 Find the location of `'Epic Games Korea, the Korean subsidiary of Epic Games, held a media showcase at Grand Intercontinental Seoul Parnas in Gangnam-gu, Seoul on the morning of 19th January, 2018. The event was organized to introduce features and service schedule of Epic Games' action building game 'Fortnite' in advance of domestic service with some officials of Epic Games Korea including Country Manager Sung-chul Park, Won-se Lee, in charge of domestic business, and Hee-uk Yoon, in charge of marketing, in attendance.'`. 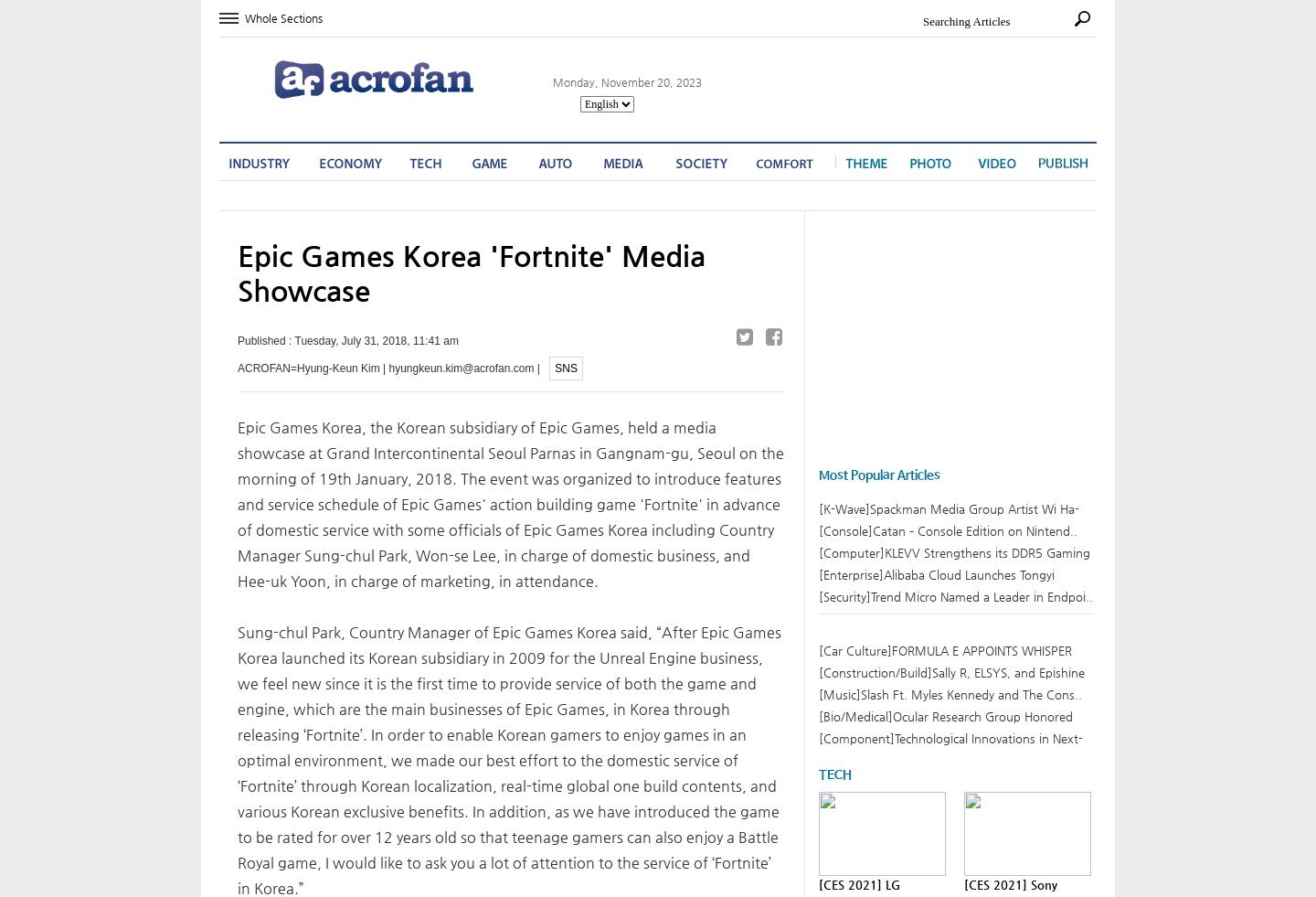

'Epic Games Korea, the Korean subsidiary of Epic Games, held a media showcase at Grand Intercontinental Seoul Parnas in Gangnam-gu, Seoul on the morning of 19th January, 2018. The event was organized to introduce features and service schedule of Epic Games' action building game 'Fortnite' in advance of domestic service with some officials of Epic Games Korea including Country Manager Sung-chul Park, Won-se Lee, in charge of domestic business, and Hee-uk Yoon, in charge of marketing, in attendance.' is located at coordinates (237, 503).